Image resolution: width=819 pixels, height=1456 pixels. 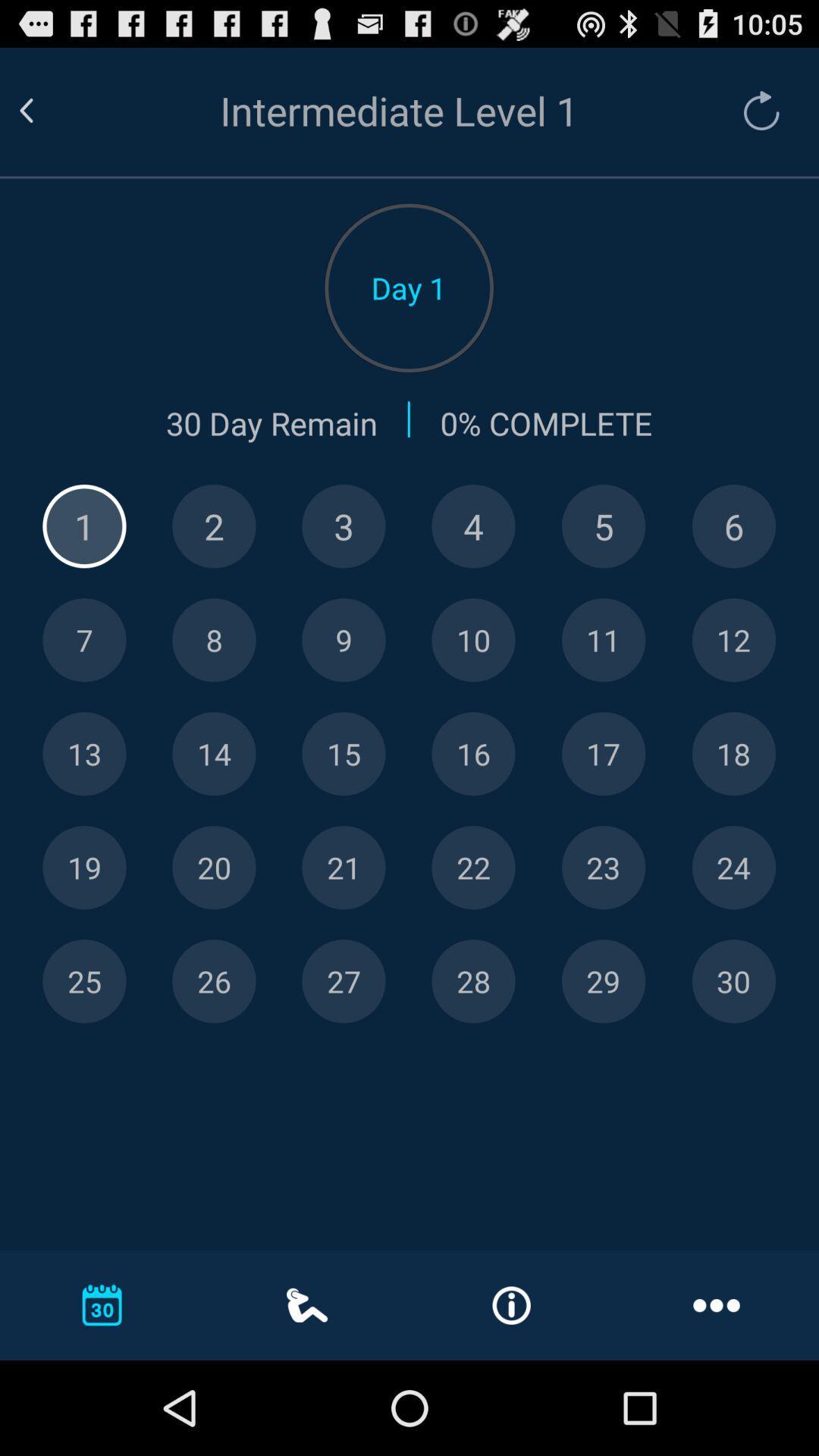 I want to click on day 10, so click(x=472, y=640).